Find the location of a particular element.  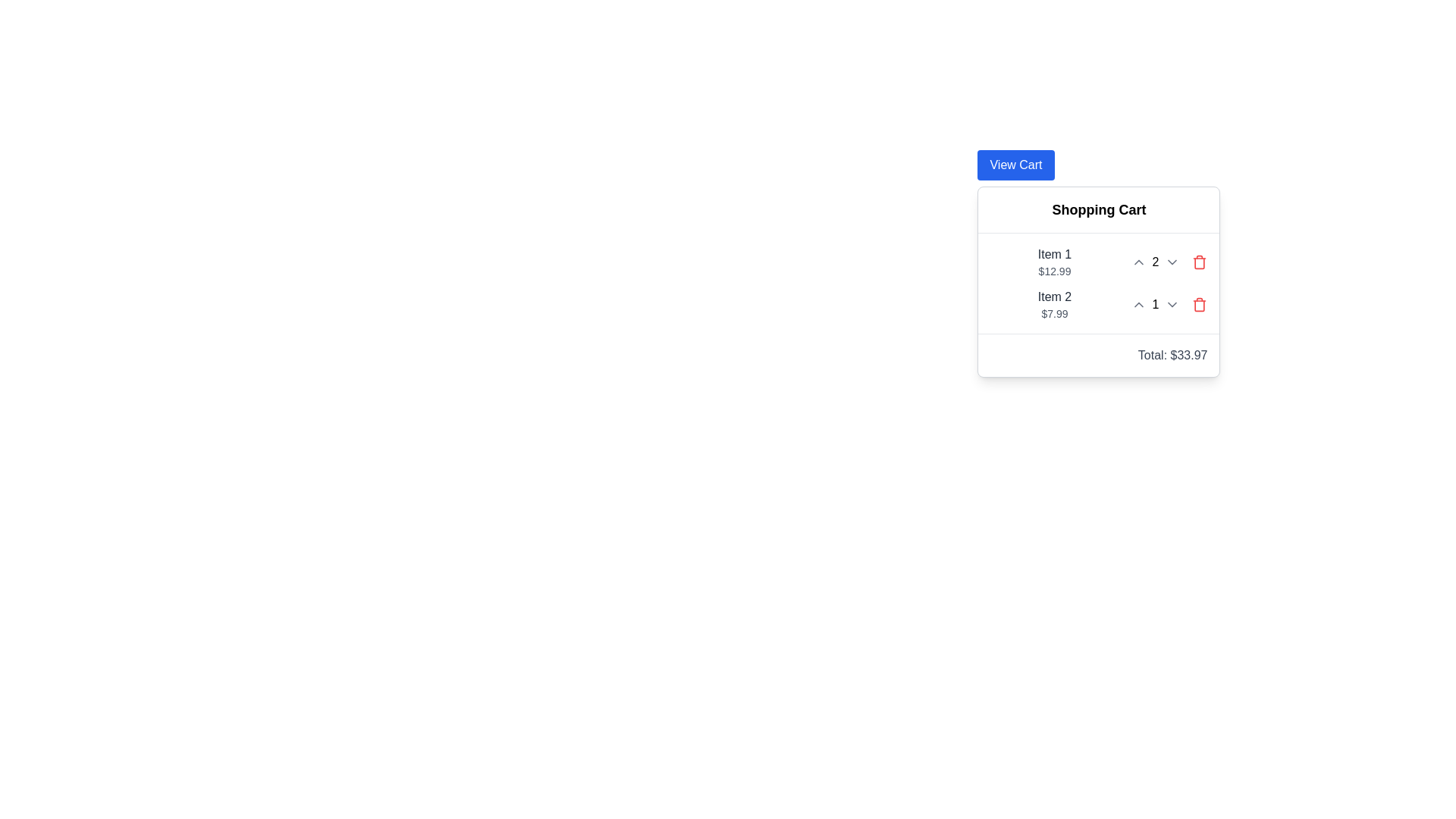

the fourth button in the shopping cart interface to the right of the quantity number '2' is located at coordinates (1172, 262).